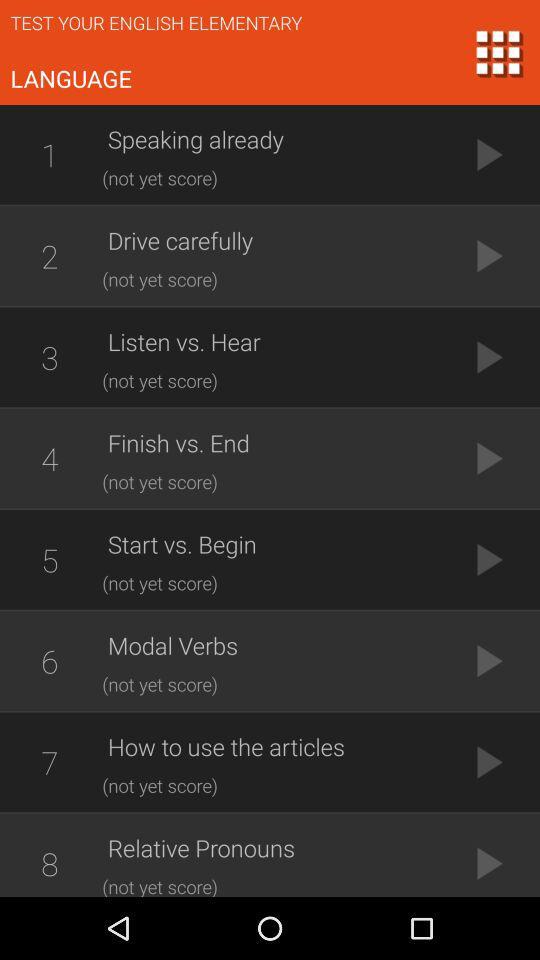 The width and height of the screenshot is (540, 960). I want to click on icon next to  drive carefully, so click(49, 255).